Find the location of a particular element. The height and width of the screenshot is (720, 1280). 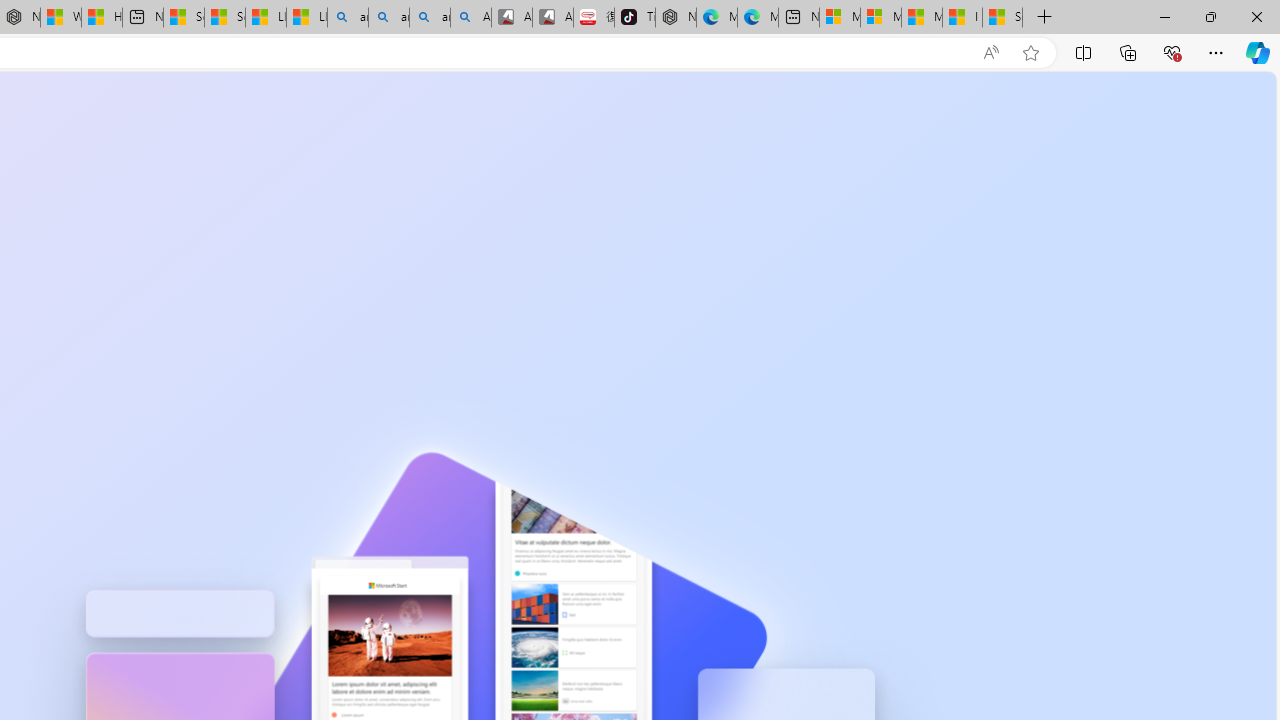

'I Gained 20 Pounds of Muscle in 30 Days! | Watch' is located at coordinates (962, 17).